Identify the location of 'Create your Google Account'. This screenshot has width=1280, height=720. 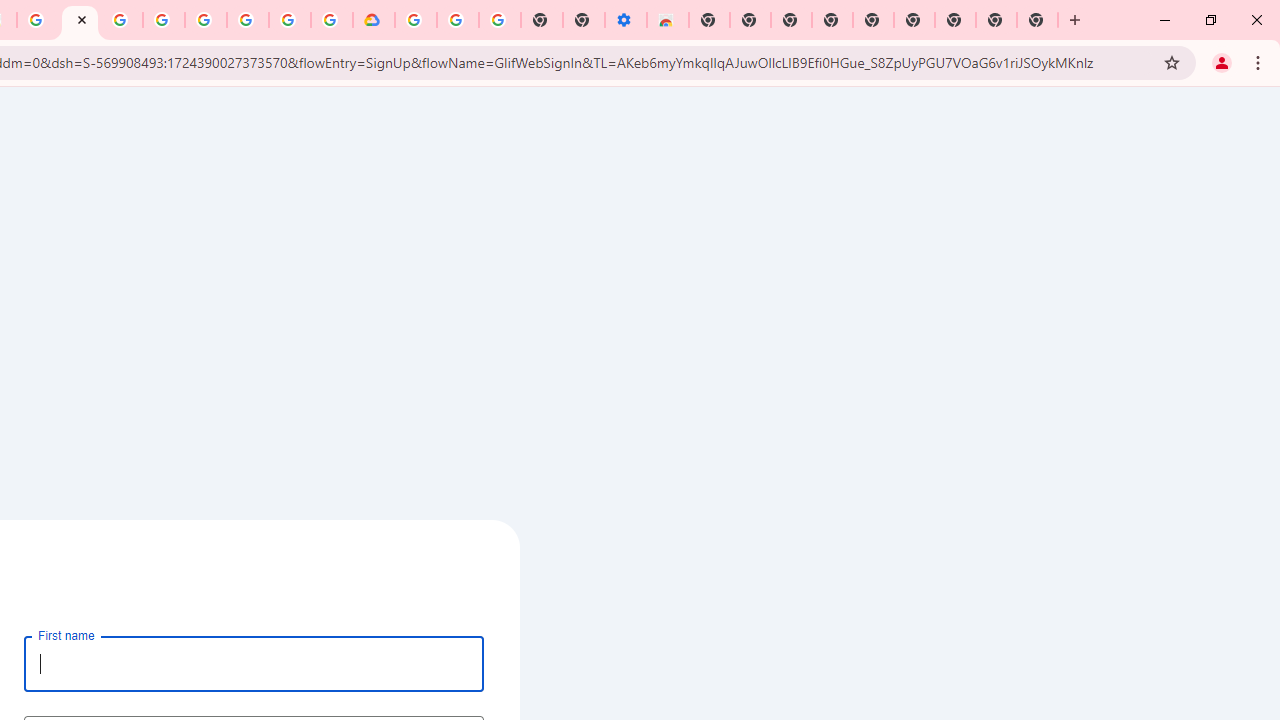
(288, 20).